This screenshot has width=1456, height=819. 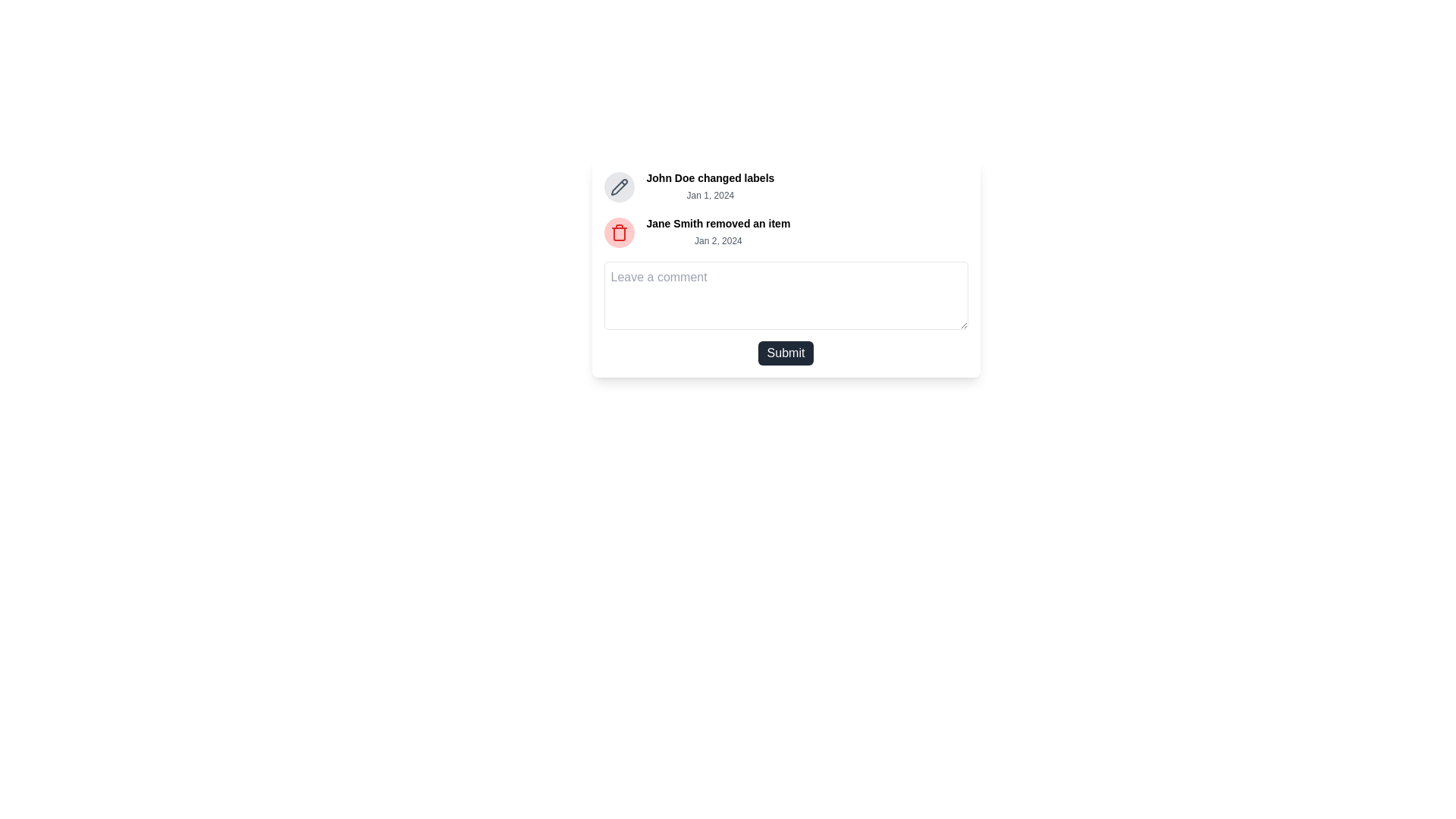 What do you see at coordinates (619, 234) in the screenshot?
I see `the vertical body segment of the trash can icon located next to 'Jane Smith removed an item' text in the second status item` at bounding box center [619, 234].